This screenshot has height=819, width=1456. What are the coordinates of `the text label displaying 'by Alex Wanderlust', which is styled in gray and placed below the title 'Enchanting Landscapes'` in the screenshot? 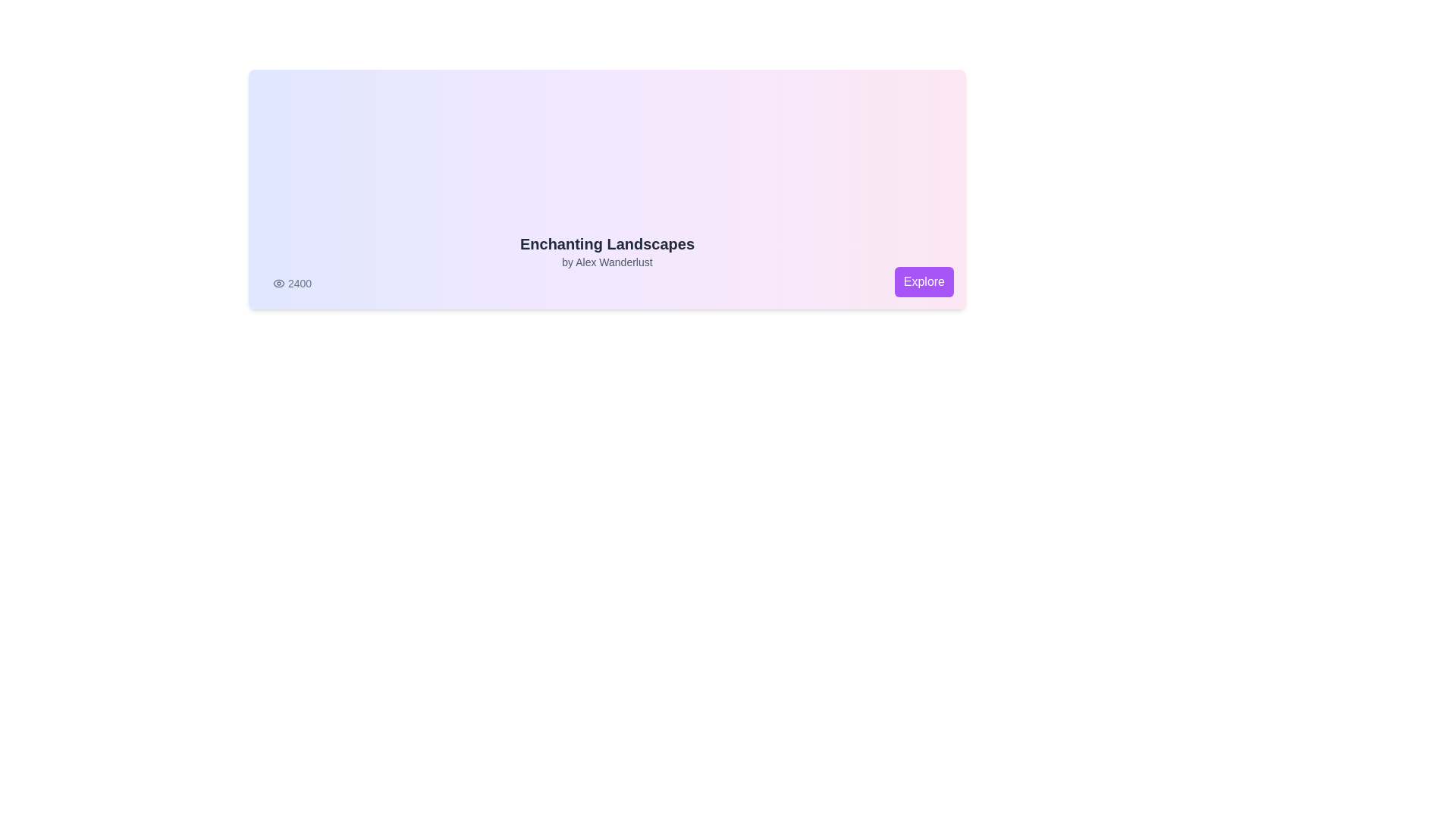 It's located at (607, 262).